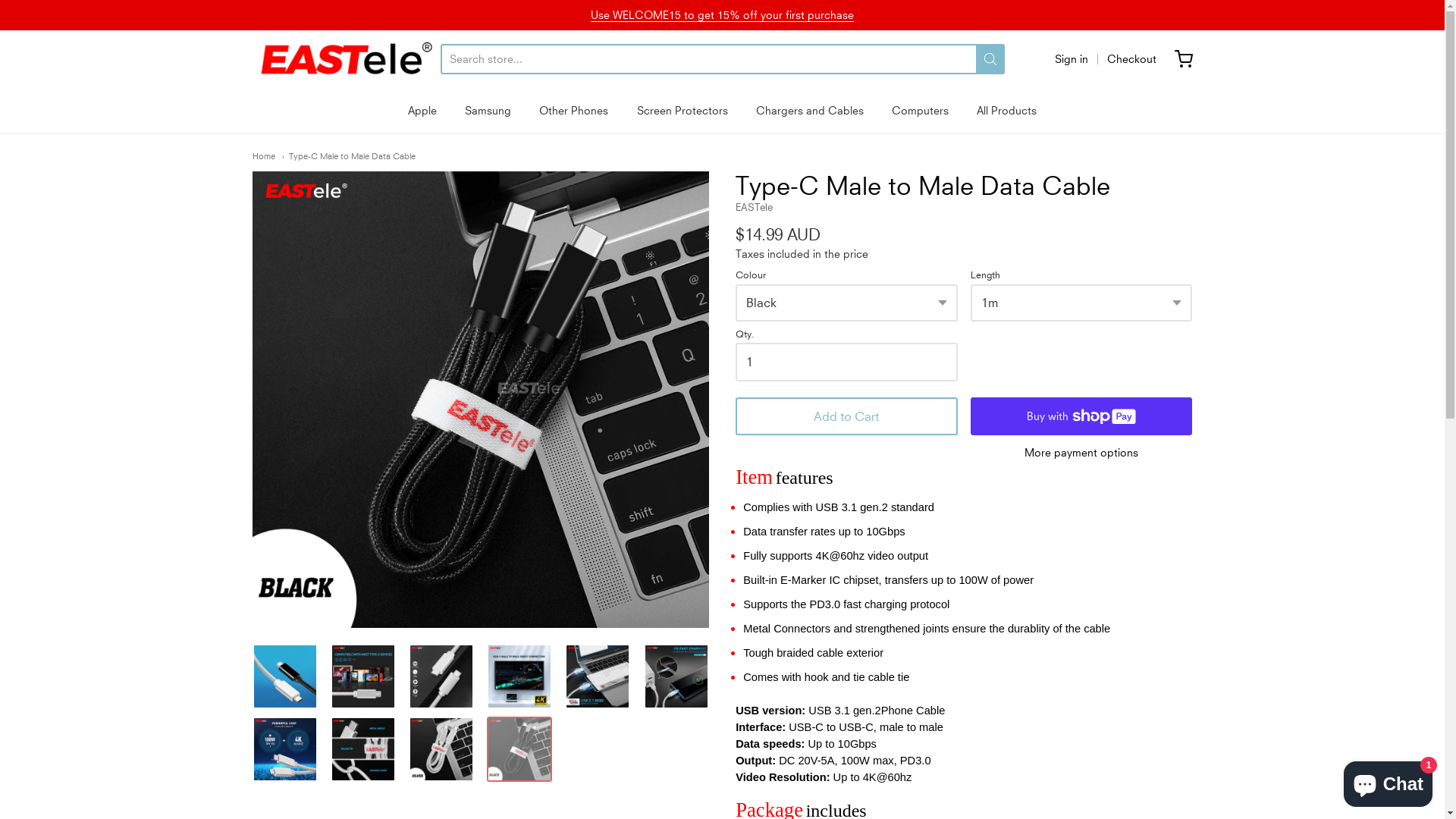  I want to click on 'Other Phones', so click(573, 110).